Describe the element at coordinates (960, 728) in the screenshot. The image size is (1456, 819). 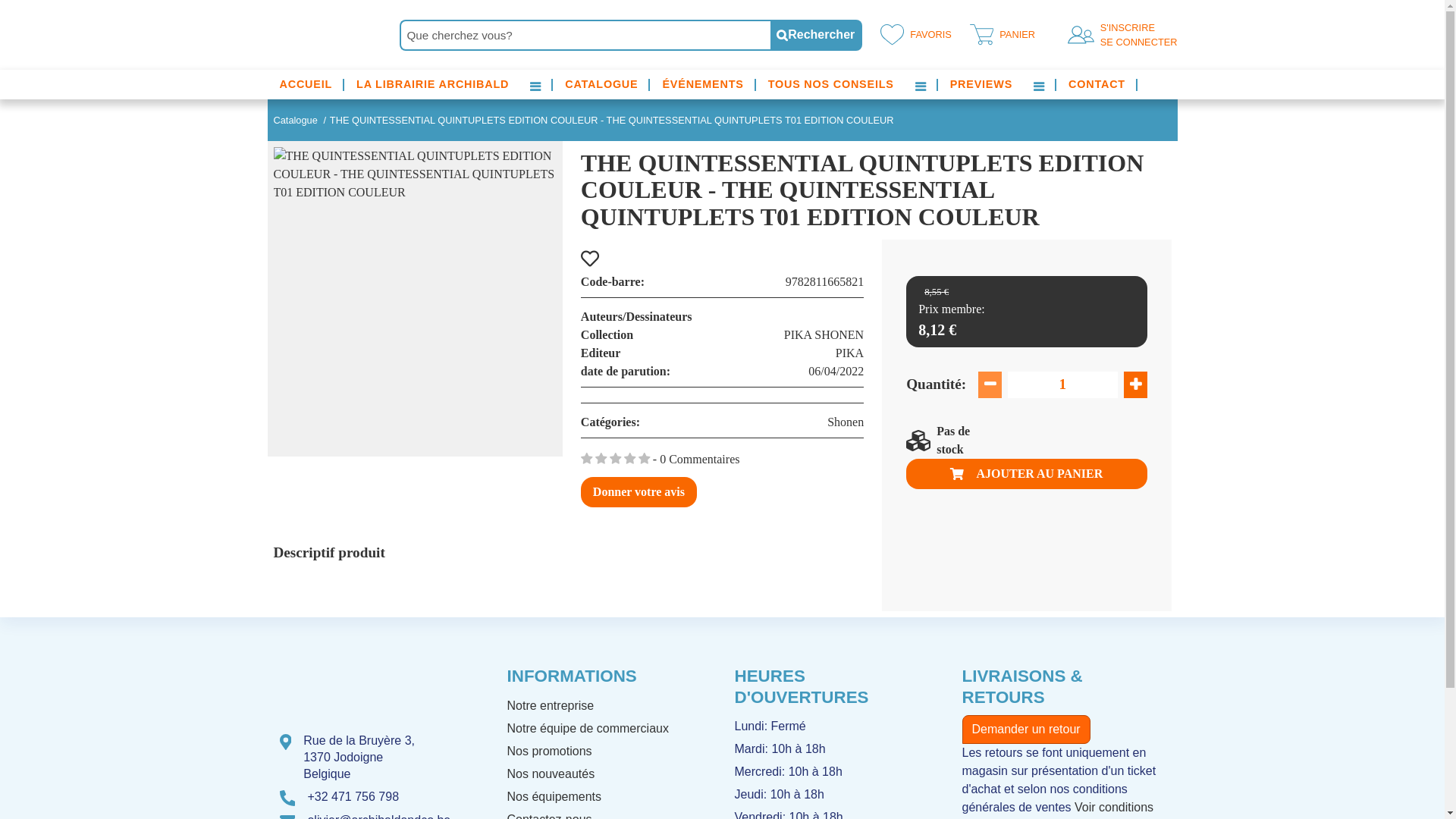
I see `'Demander un retour'` at that location.